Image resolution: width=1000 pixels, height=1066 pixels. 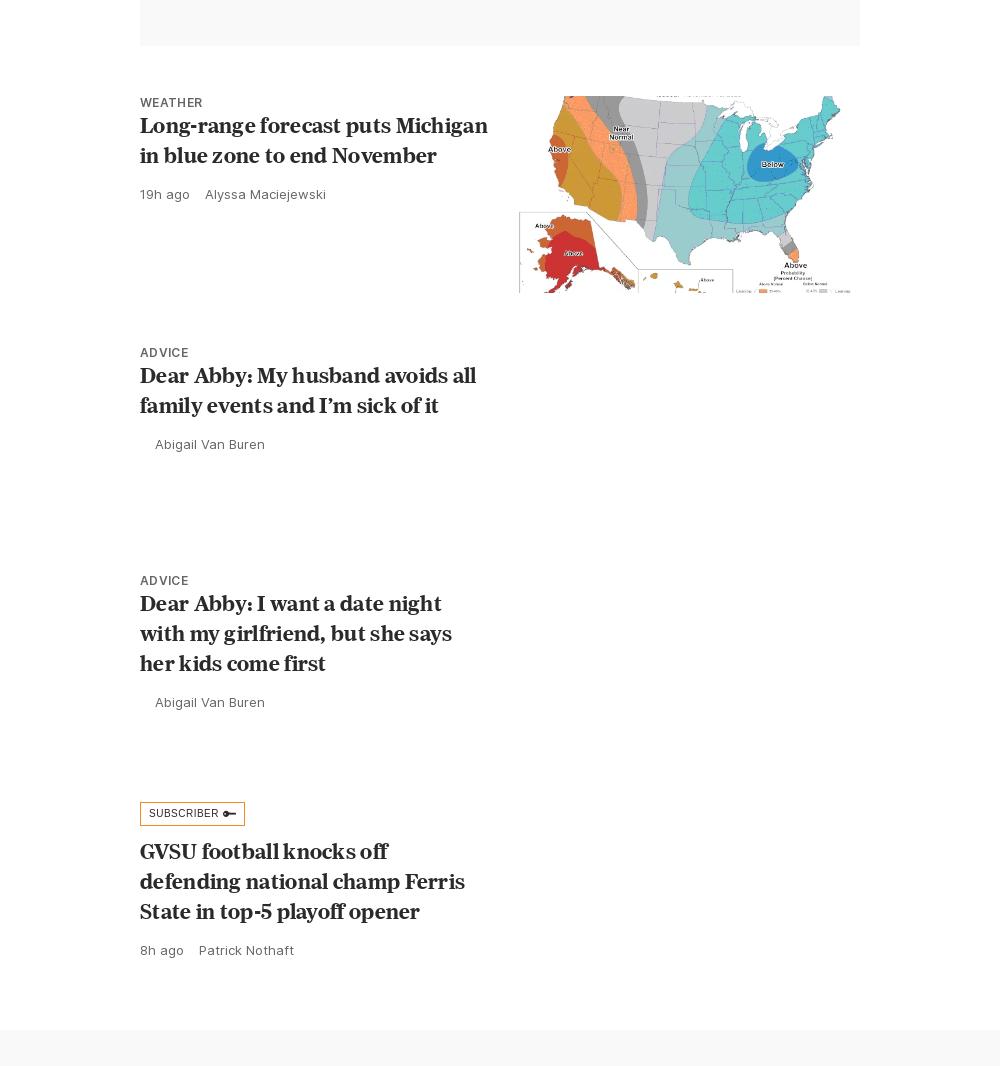 I want to click on 'Dear Abby: I want a date night with my girlfriend, but she says her kids come first', so click(x=296, y=631).